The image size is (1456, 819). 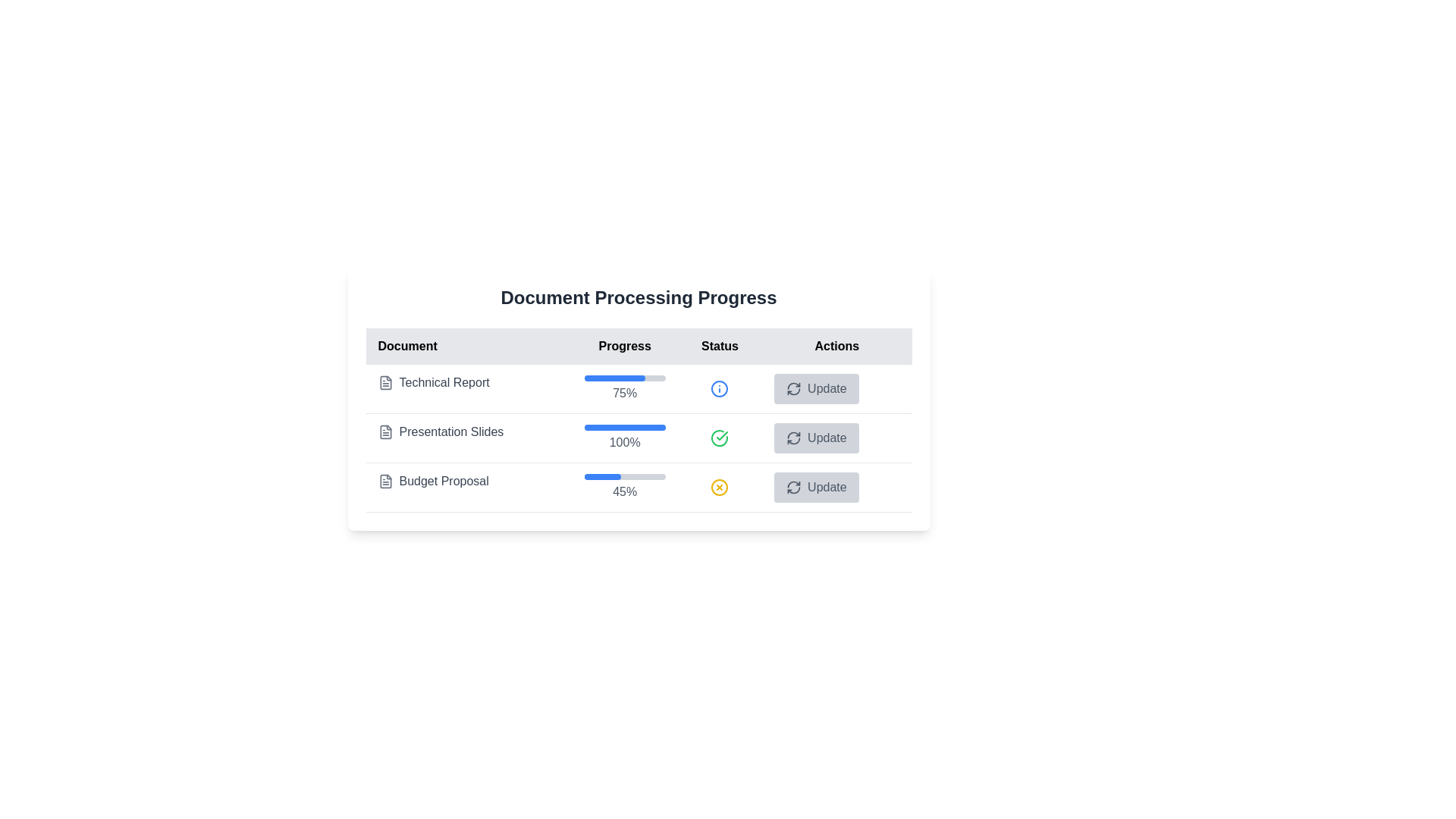 I want to click on progress percentage displayed in the Progress bar associated with the 'Budget Proposal' process, located in the 'Progress' column of the table, so click(x=625, y=488).